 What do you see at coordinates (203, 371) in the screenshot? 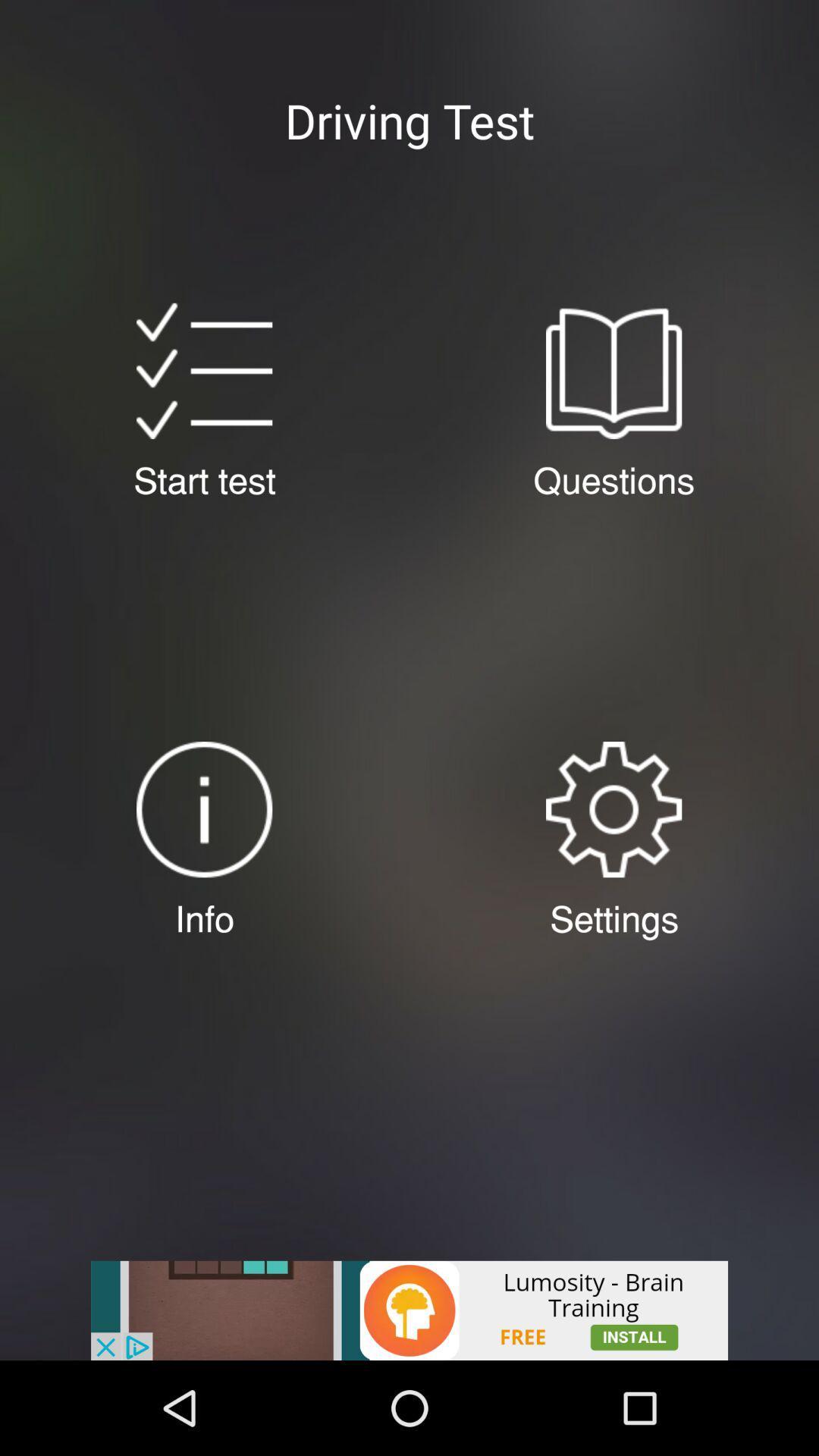
I see `start test screen` at bounding box center [203, 371].